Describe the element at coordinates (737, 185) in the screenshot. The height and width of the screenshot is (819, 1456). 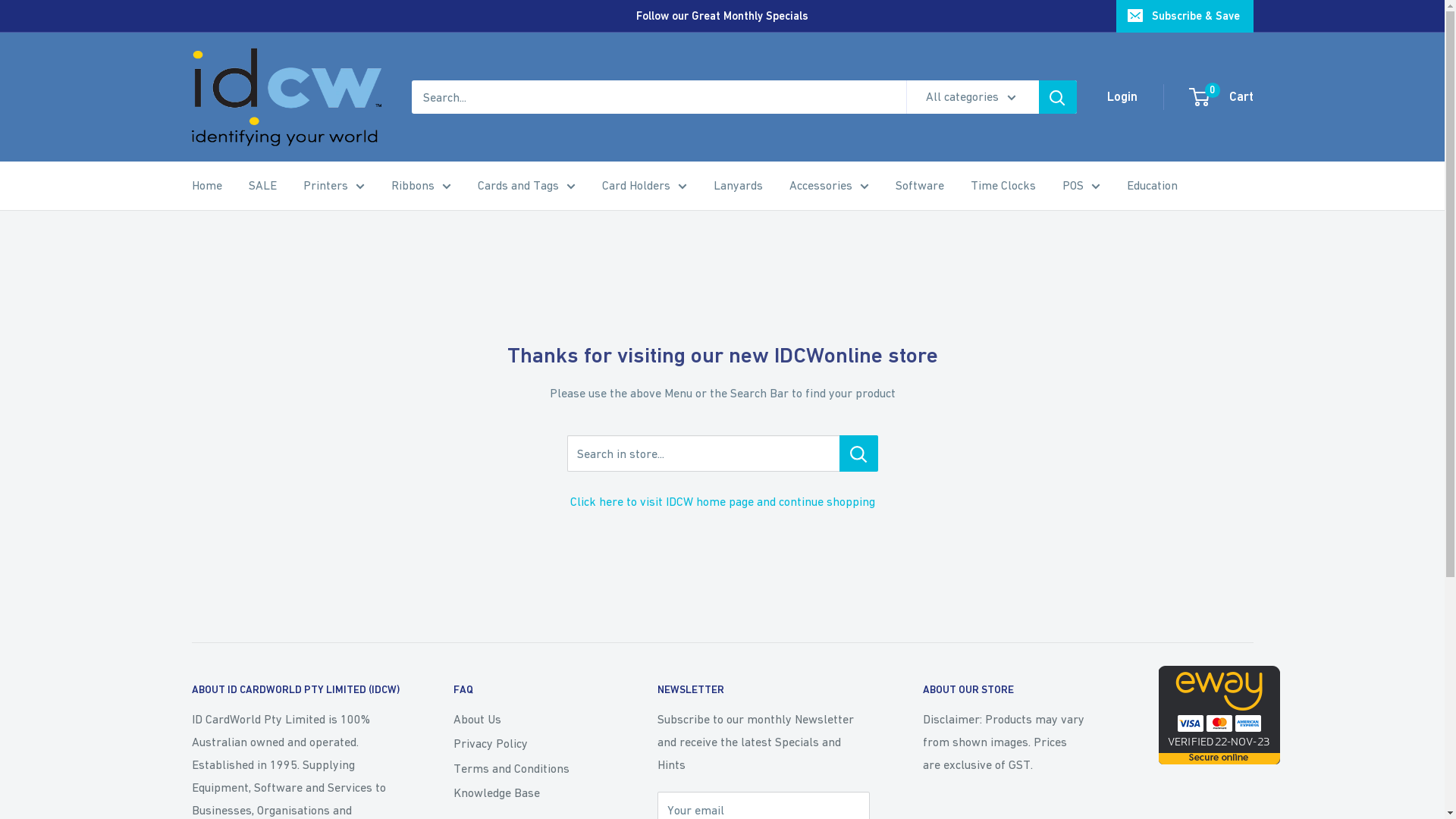
I see `'Lanyards'` at that location.